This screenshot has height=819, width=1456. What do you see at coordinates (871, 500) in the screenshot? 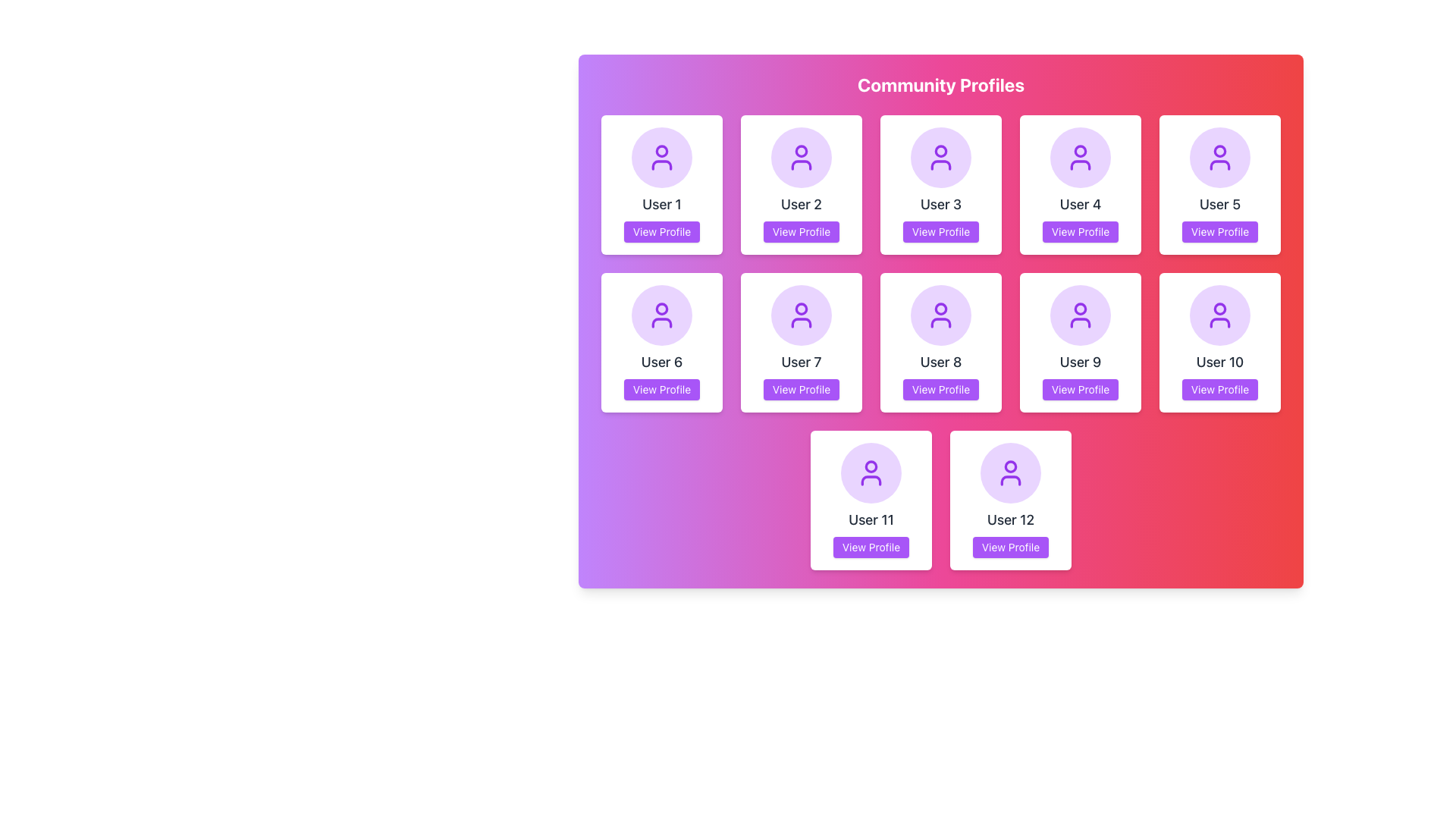
I see `the User Profile Card containing the 'User 11' label and 'View Profile' button` at bounding box center [871, 500].